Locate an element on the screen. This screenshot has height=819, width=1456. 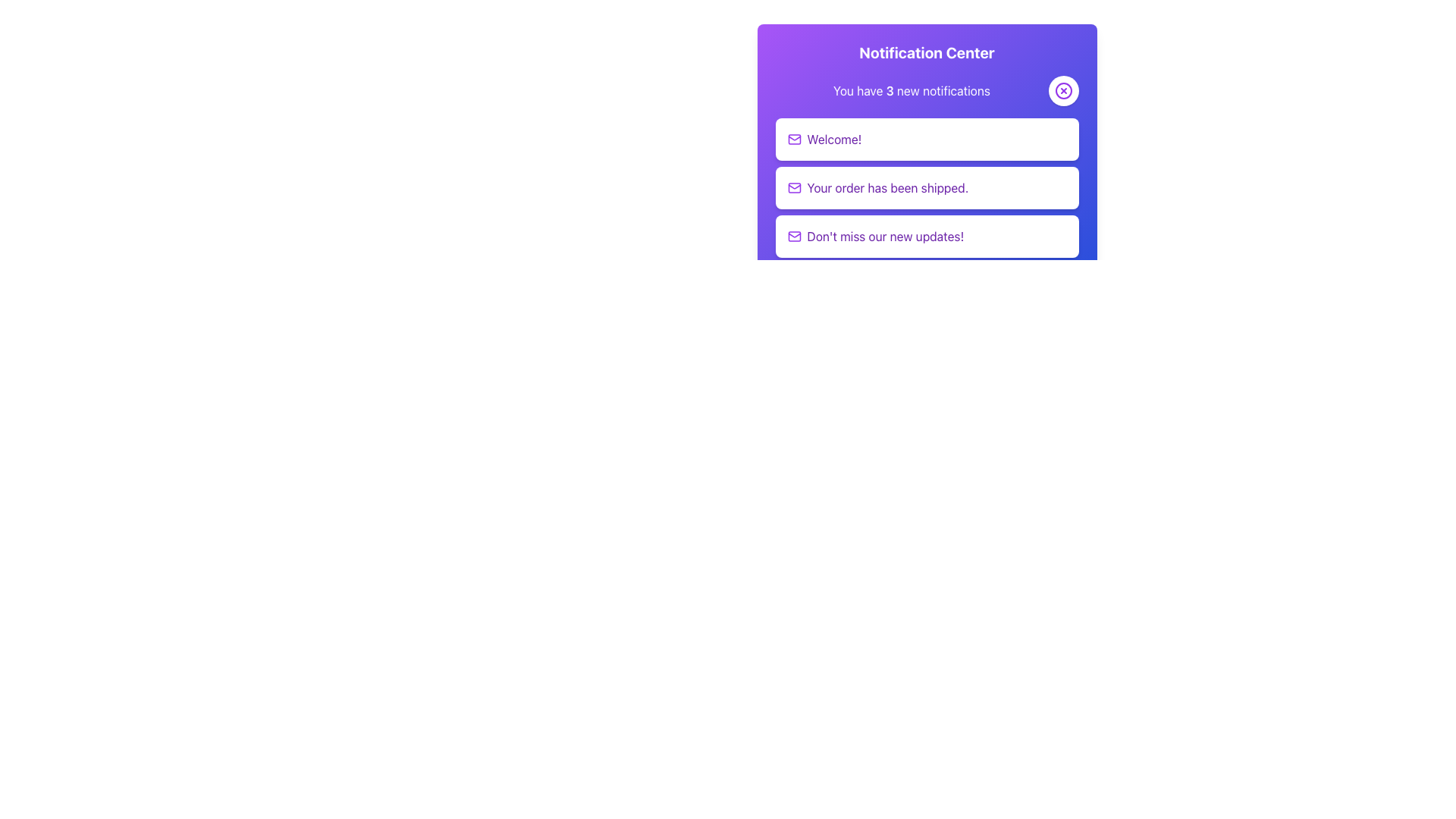
notifications from the 'Notification Center' card, which features a gradient background and displays the title and subtitle in white text is located at coordinates (926, 171).